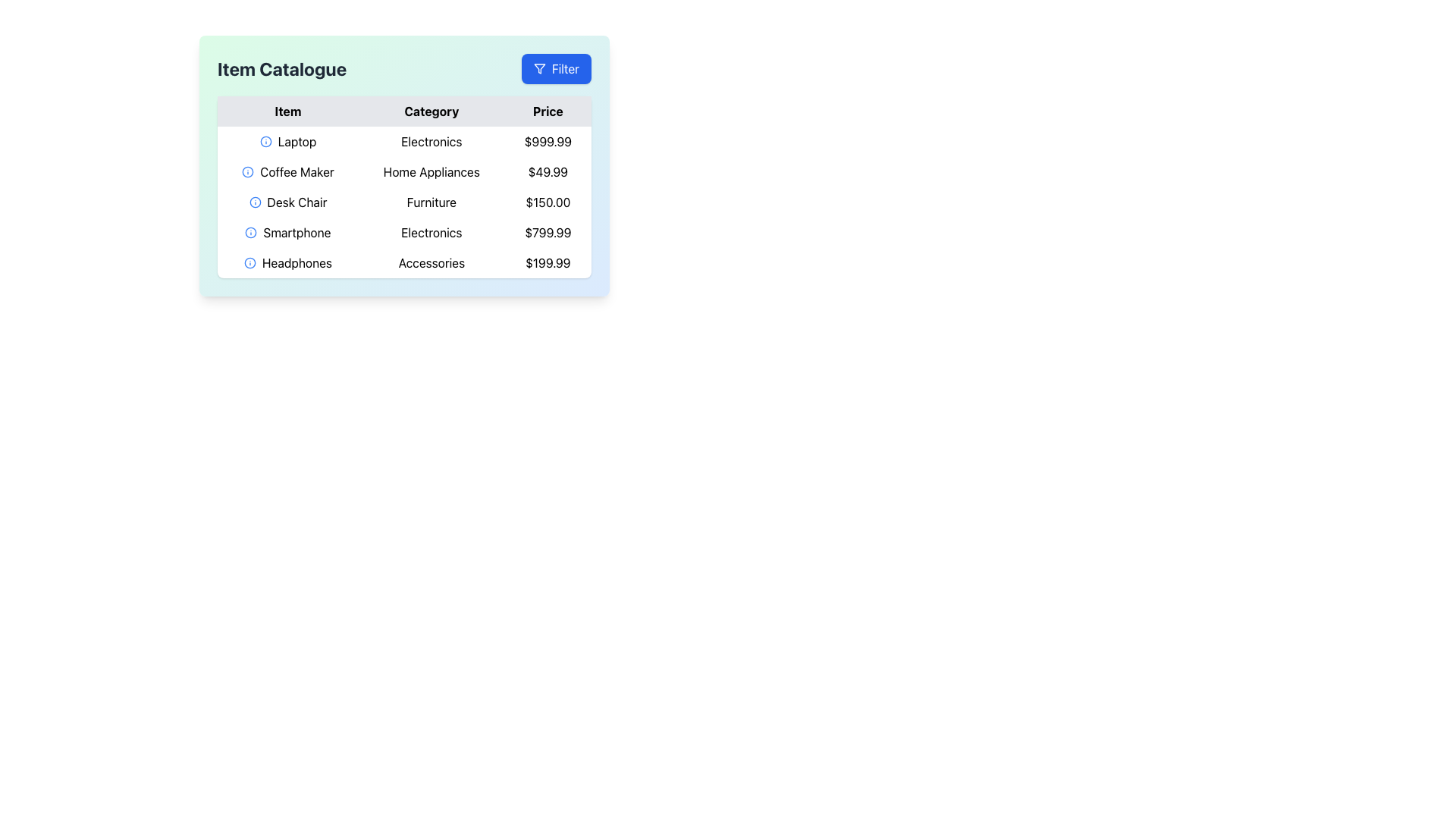 The width and height of the screenshot is (1456, 819). I want to click on the information or help icon located to the left of the 'Smartphone' text in the 'Item' column of the table to obtain additional details about the 'Smartphone', so click(251, 233).